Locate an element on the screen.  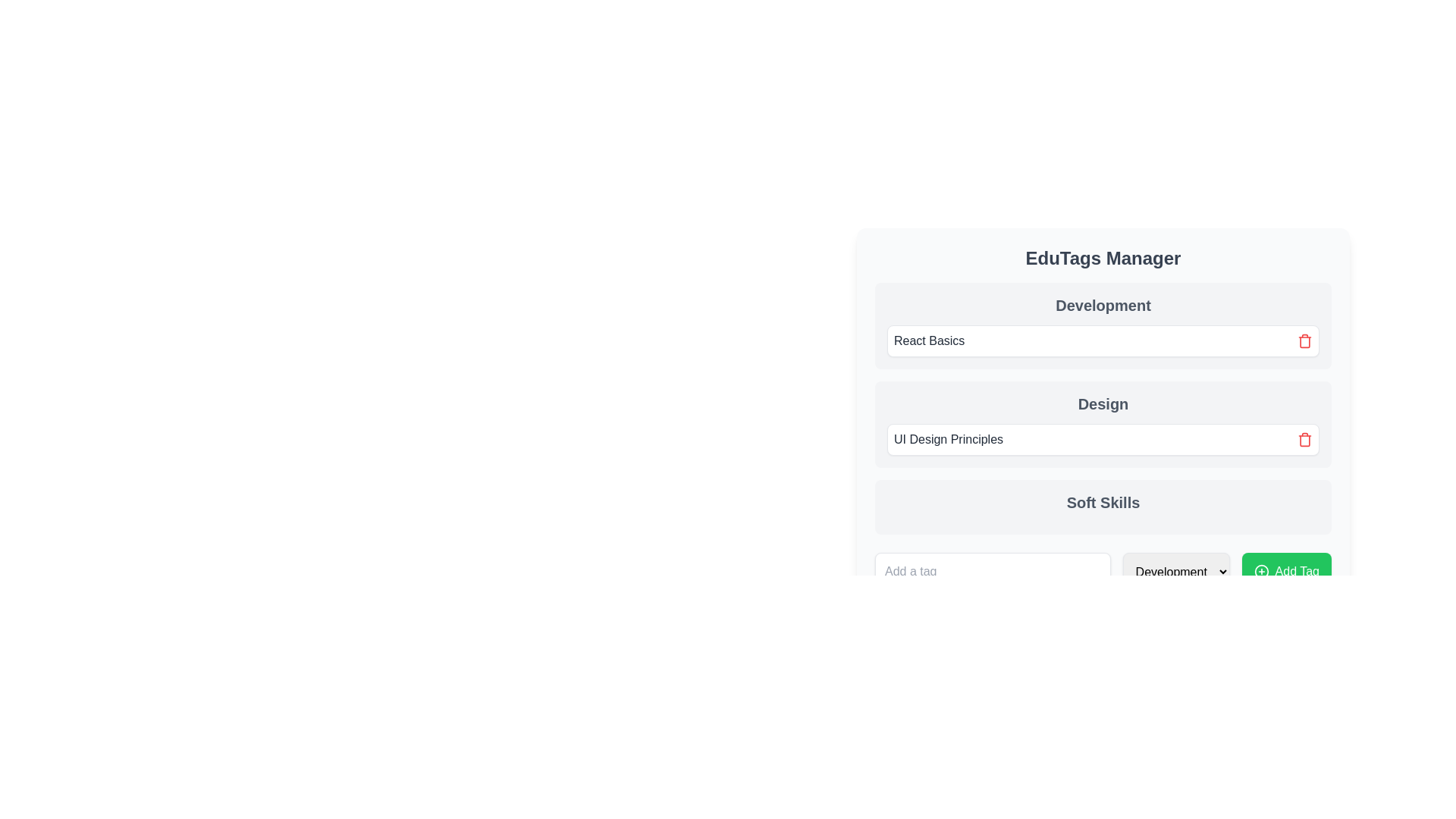
the 'Design' text label header, which is styled in bold and dark gray on a light gray background is located at coordinates (1103, 391).